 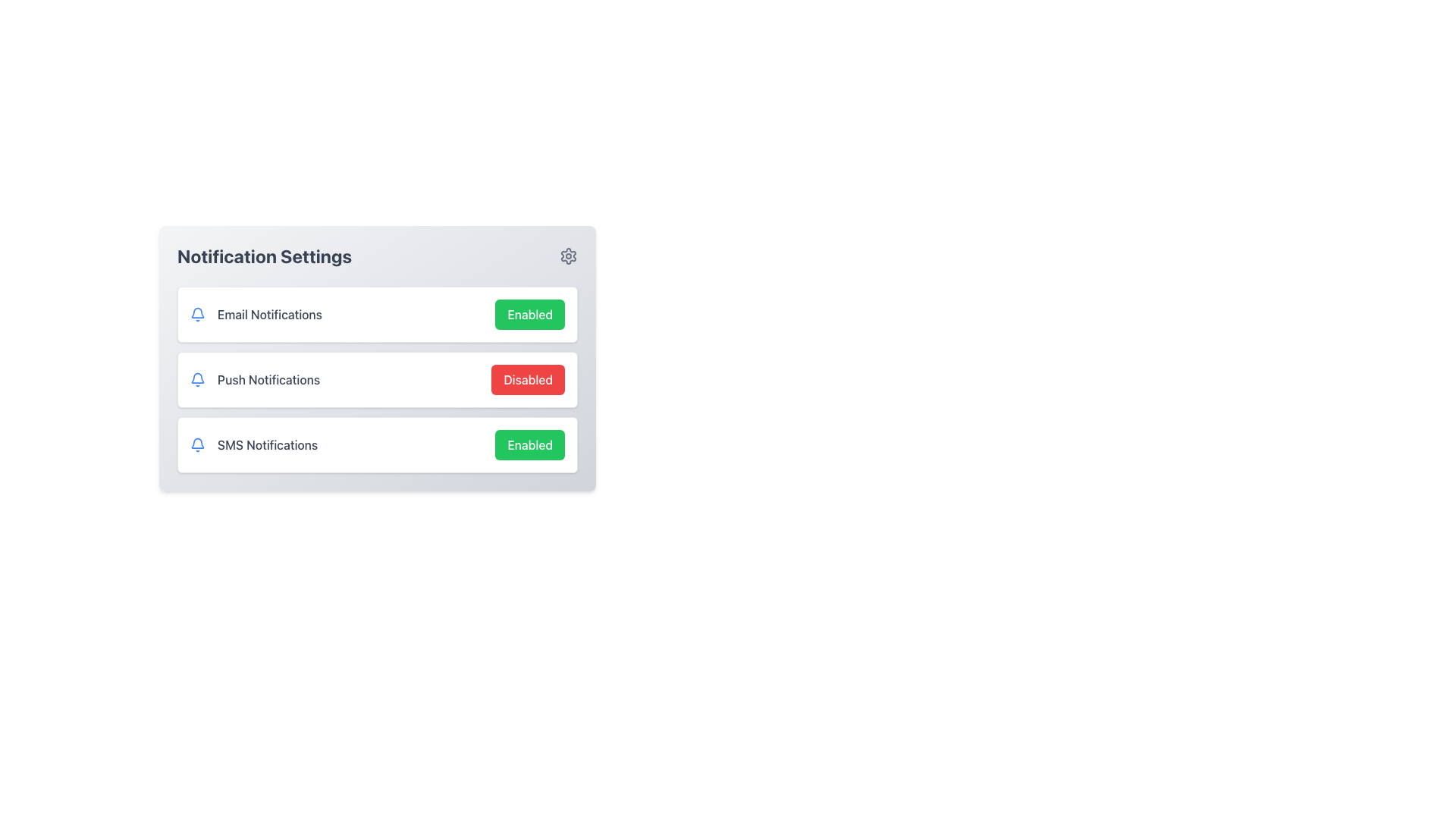 What do you see at coordinates (196, 314) in the screenshot?
I see `the notification icon that serves as a visual indicator for notification-related settings, located to the far left of the 'Email Notifications' text` at bounding box center [196, 314].